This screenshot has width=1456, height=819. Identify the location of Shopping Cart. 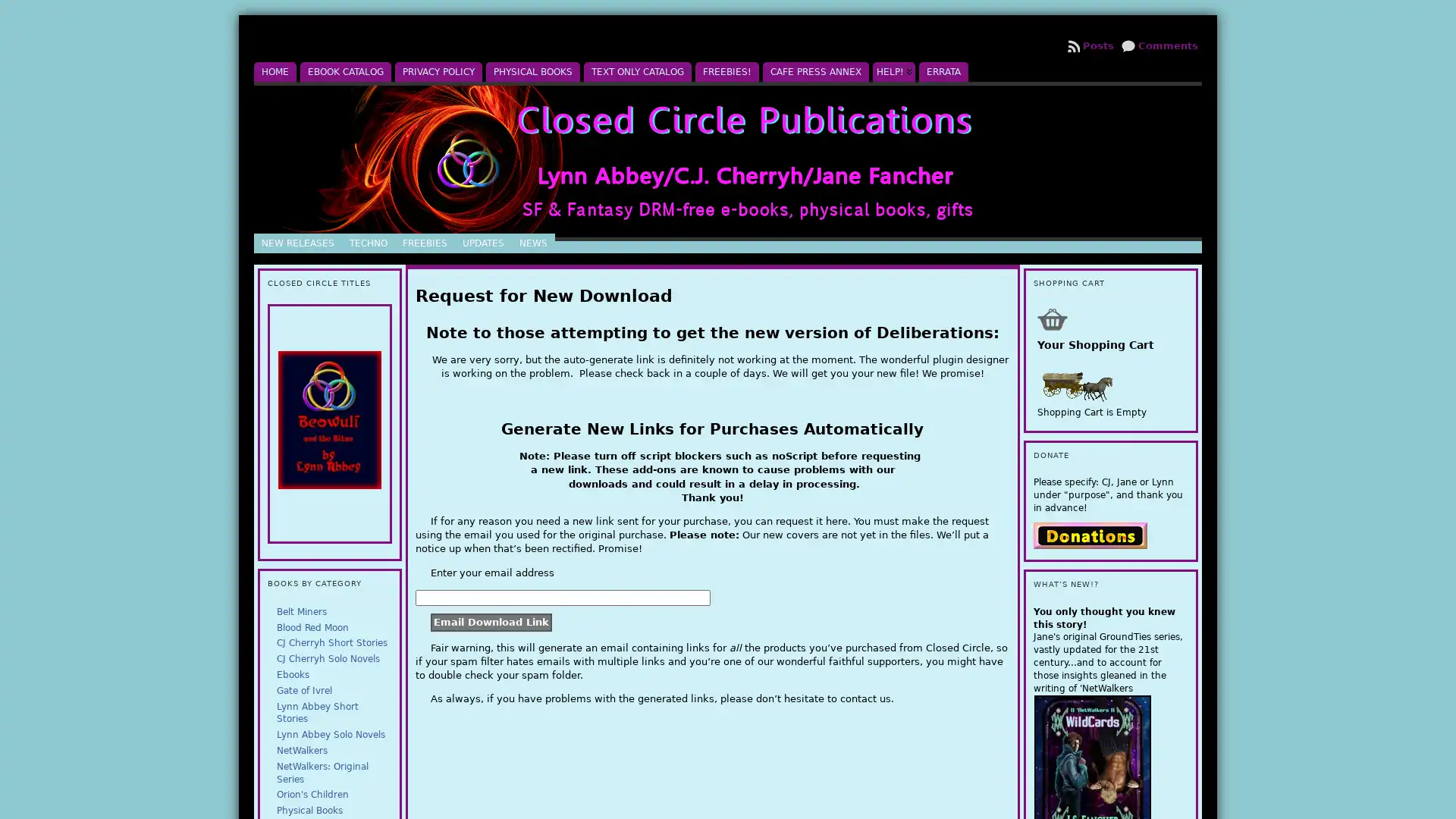
(1051, 318).